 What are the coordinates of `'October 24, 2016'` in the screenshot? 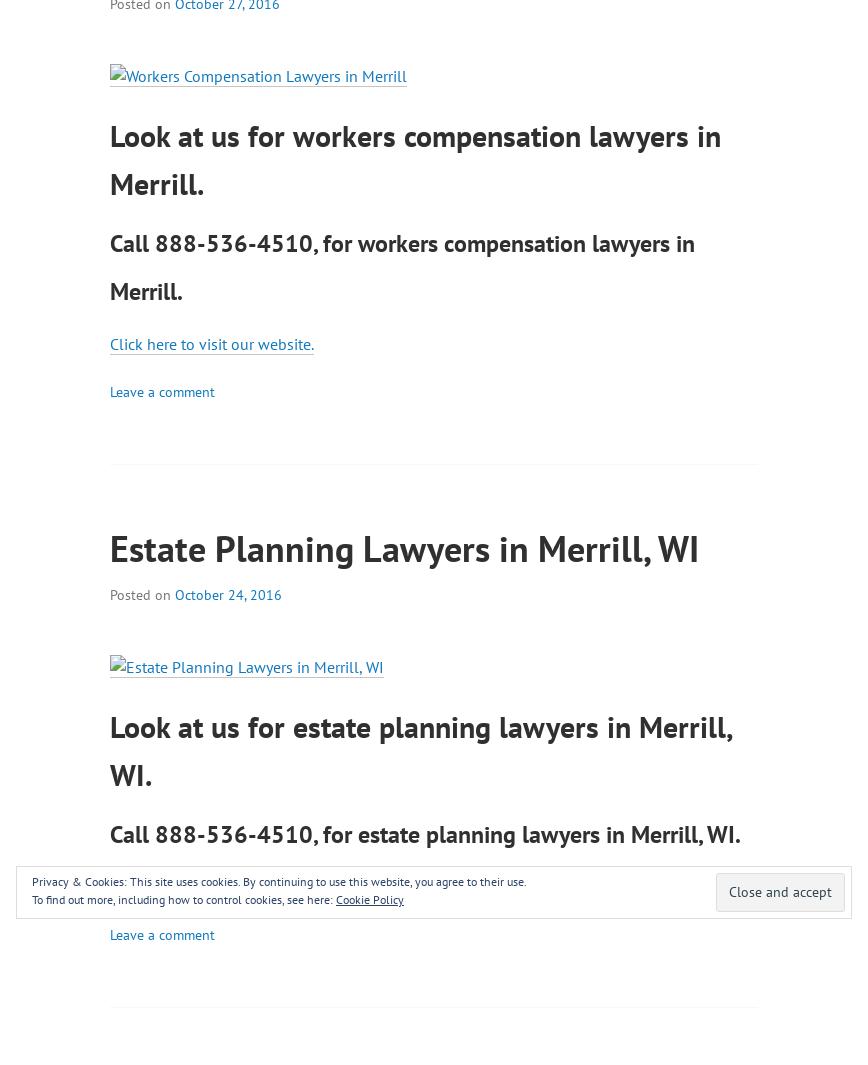 It's located at (227, 593).